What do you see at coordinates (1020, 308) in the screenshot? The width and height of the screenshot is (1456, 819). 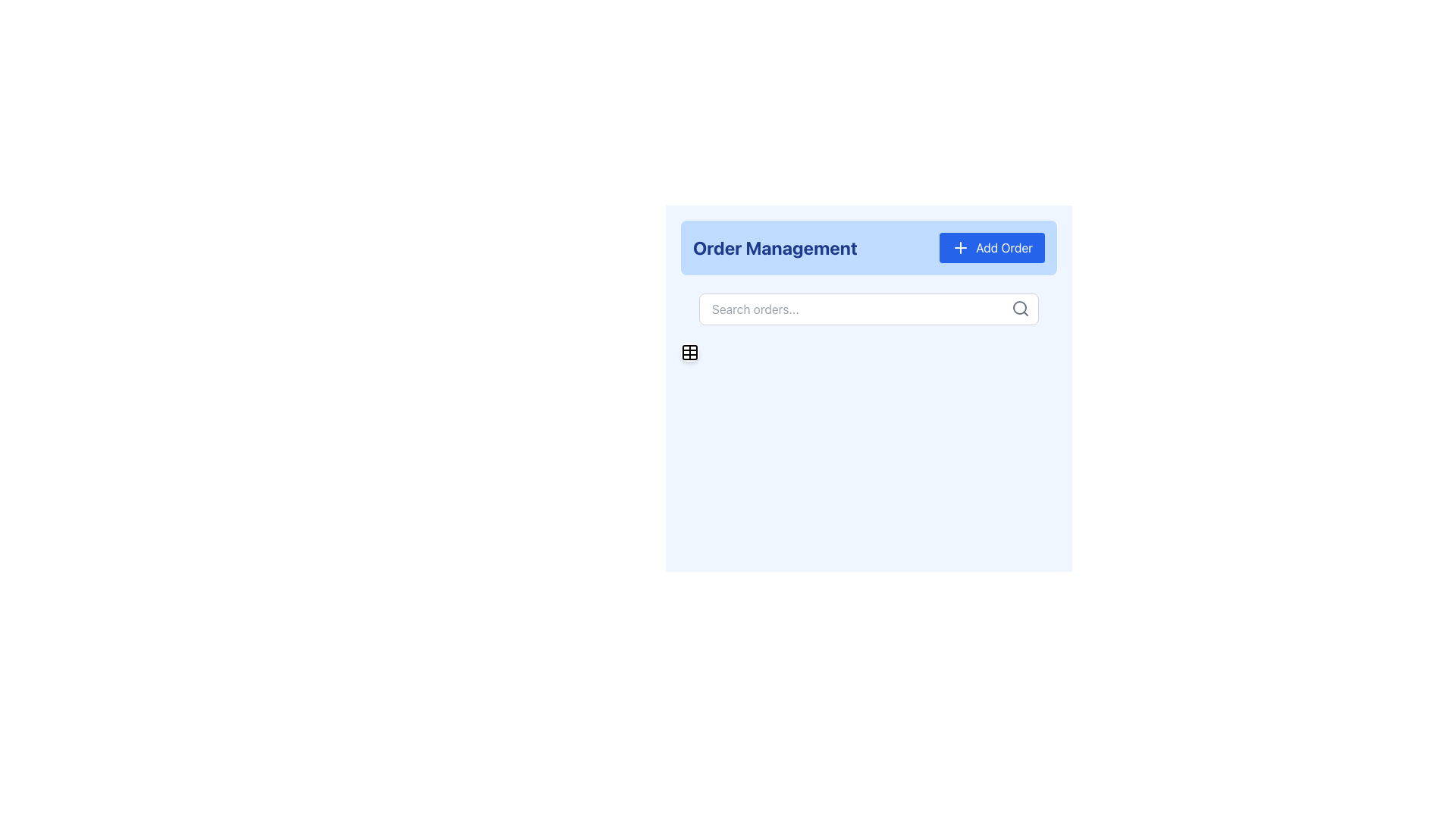 I see `the search icon located at the top-right corner of the search bar, adjacent to the input field labeled 'Search orders...'` at bounding box center [1020, 308].